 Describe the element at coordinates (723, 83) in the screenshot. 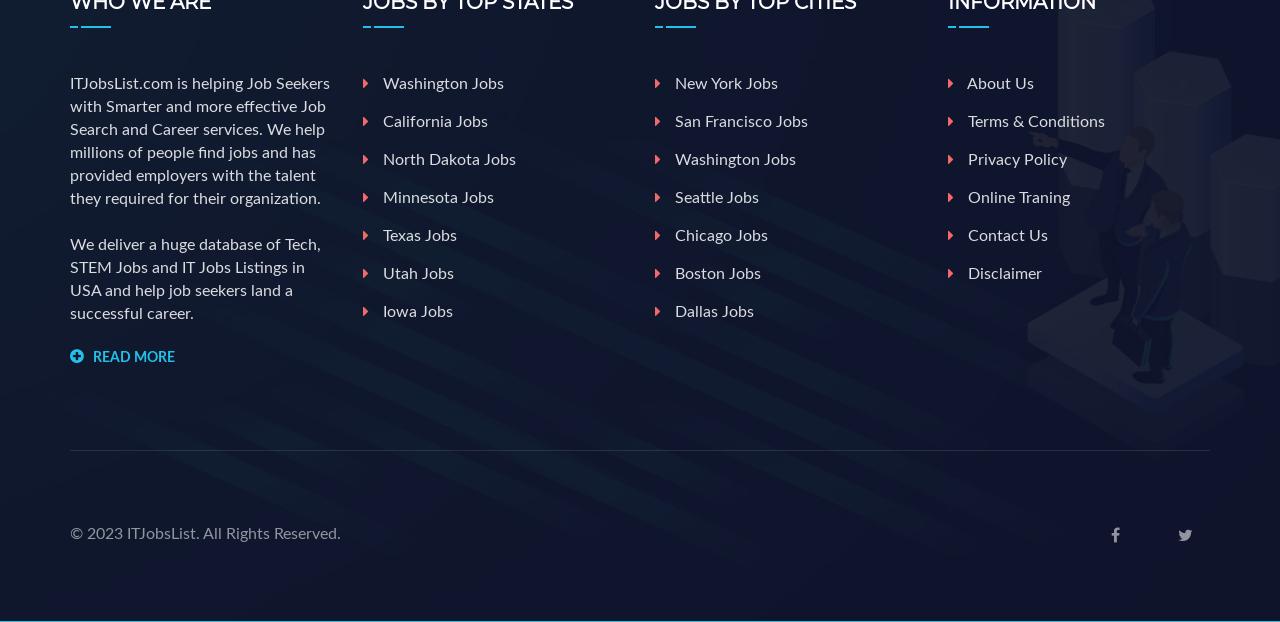

I see `'New york jobs'` at that location.